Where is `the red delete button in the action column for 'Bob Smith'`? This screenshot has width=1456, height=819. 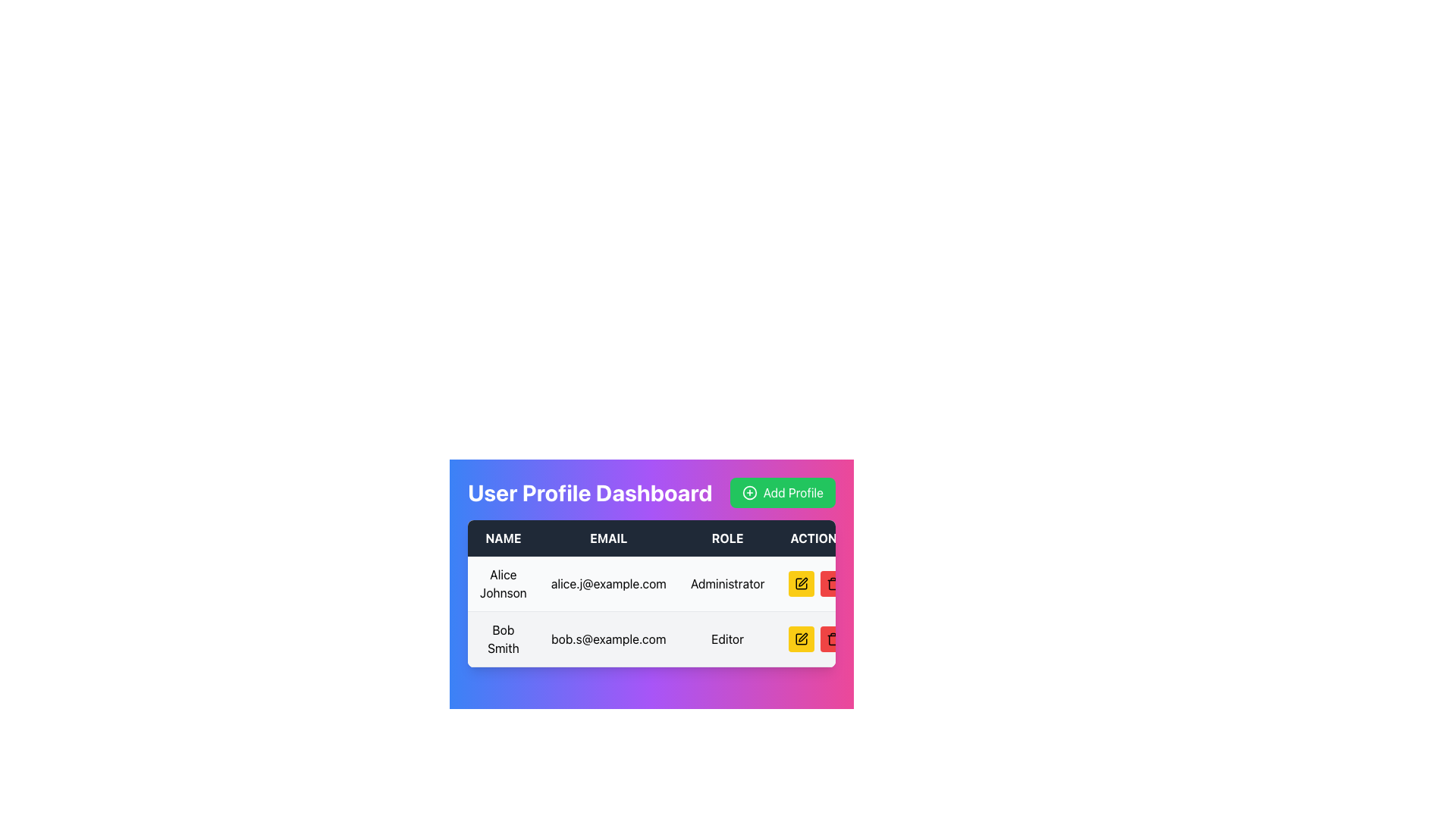
the red delete button in the action column for 'Bob Smith' is located at coordinates (817, 639).